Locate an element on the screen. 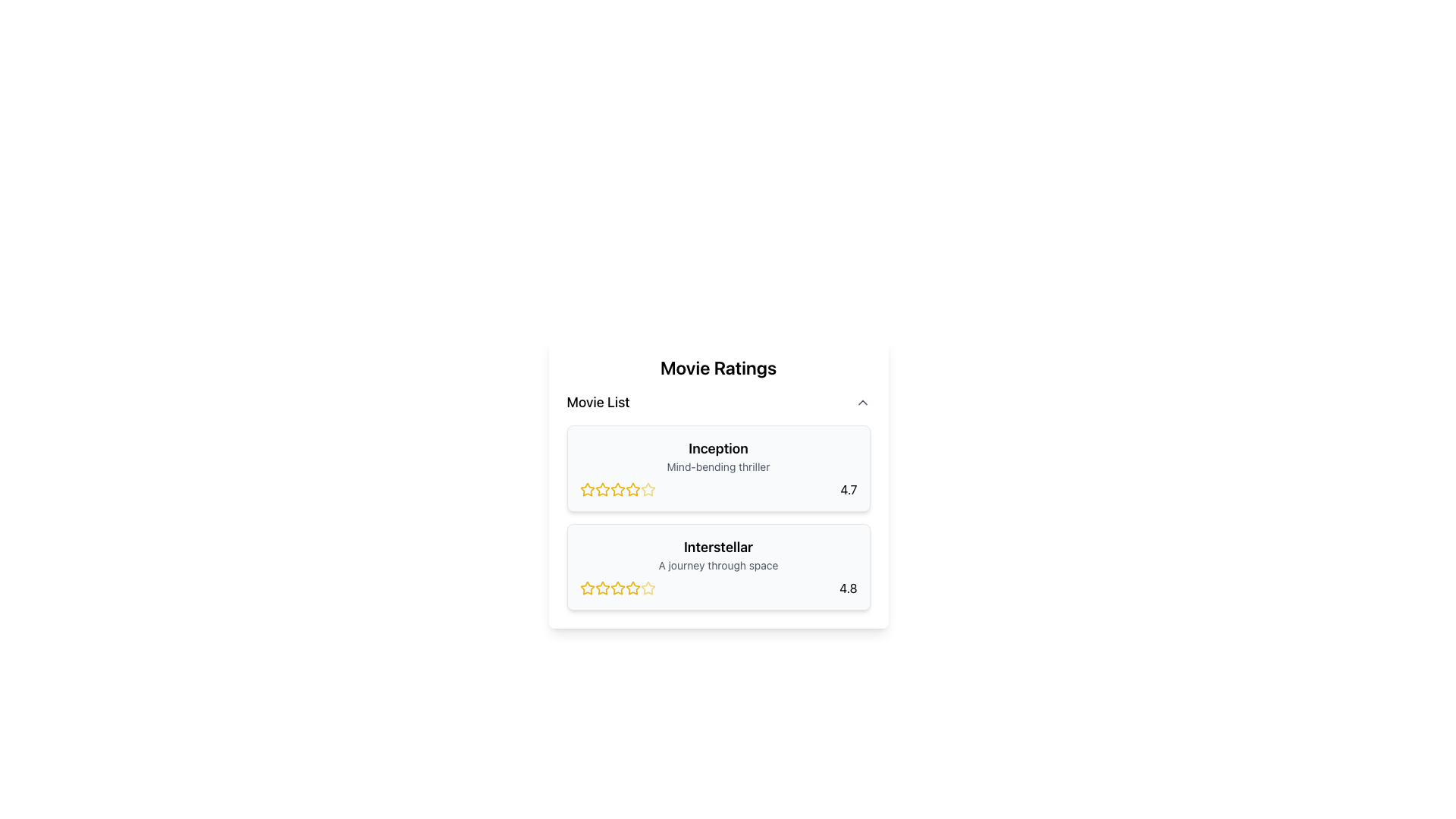 This screenshot has height=819, width=1456. the title text element displaying 'Interstellar' in the movie information card, which is positioned above the subtitle and rating details is located at coordinates (717, 547).